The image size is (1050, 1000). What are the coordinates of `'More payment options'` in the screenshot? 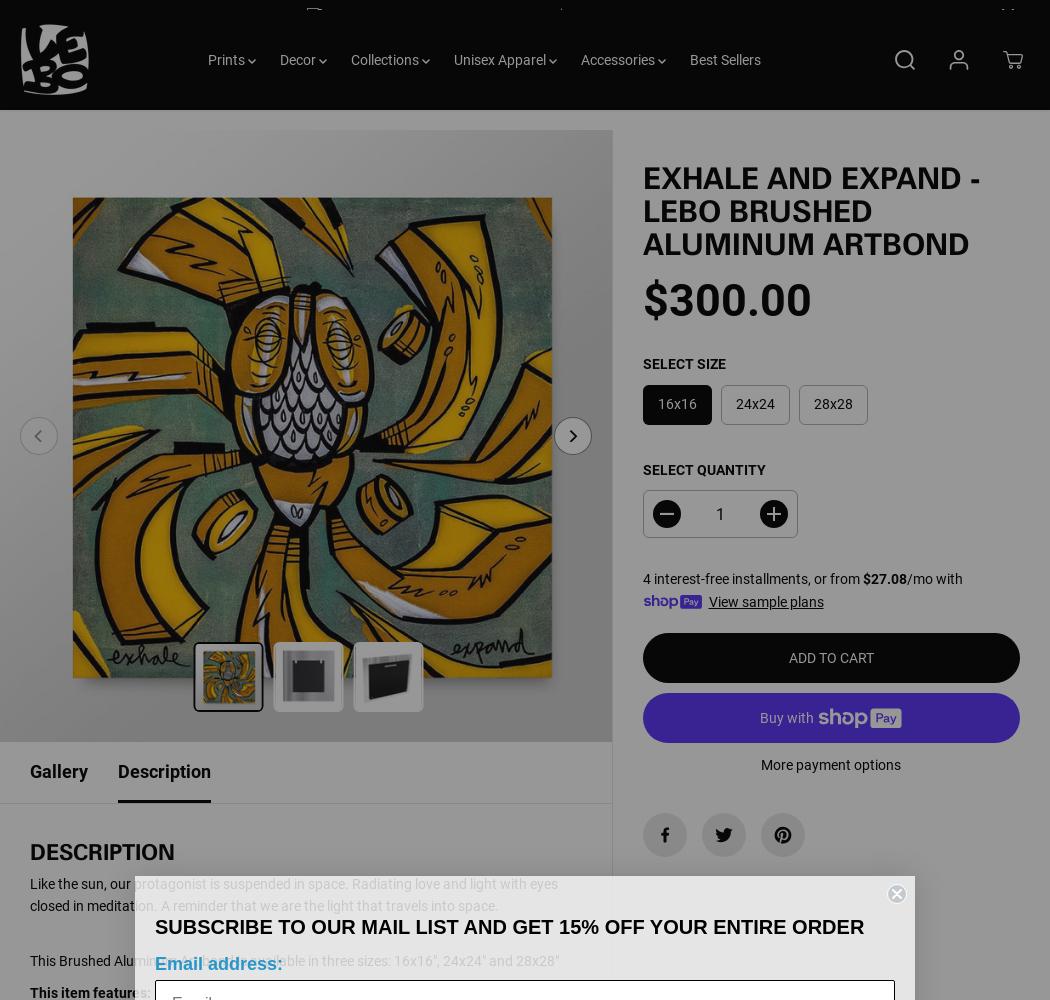 It's located at (830, 764).